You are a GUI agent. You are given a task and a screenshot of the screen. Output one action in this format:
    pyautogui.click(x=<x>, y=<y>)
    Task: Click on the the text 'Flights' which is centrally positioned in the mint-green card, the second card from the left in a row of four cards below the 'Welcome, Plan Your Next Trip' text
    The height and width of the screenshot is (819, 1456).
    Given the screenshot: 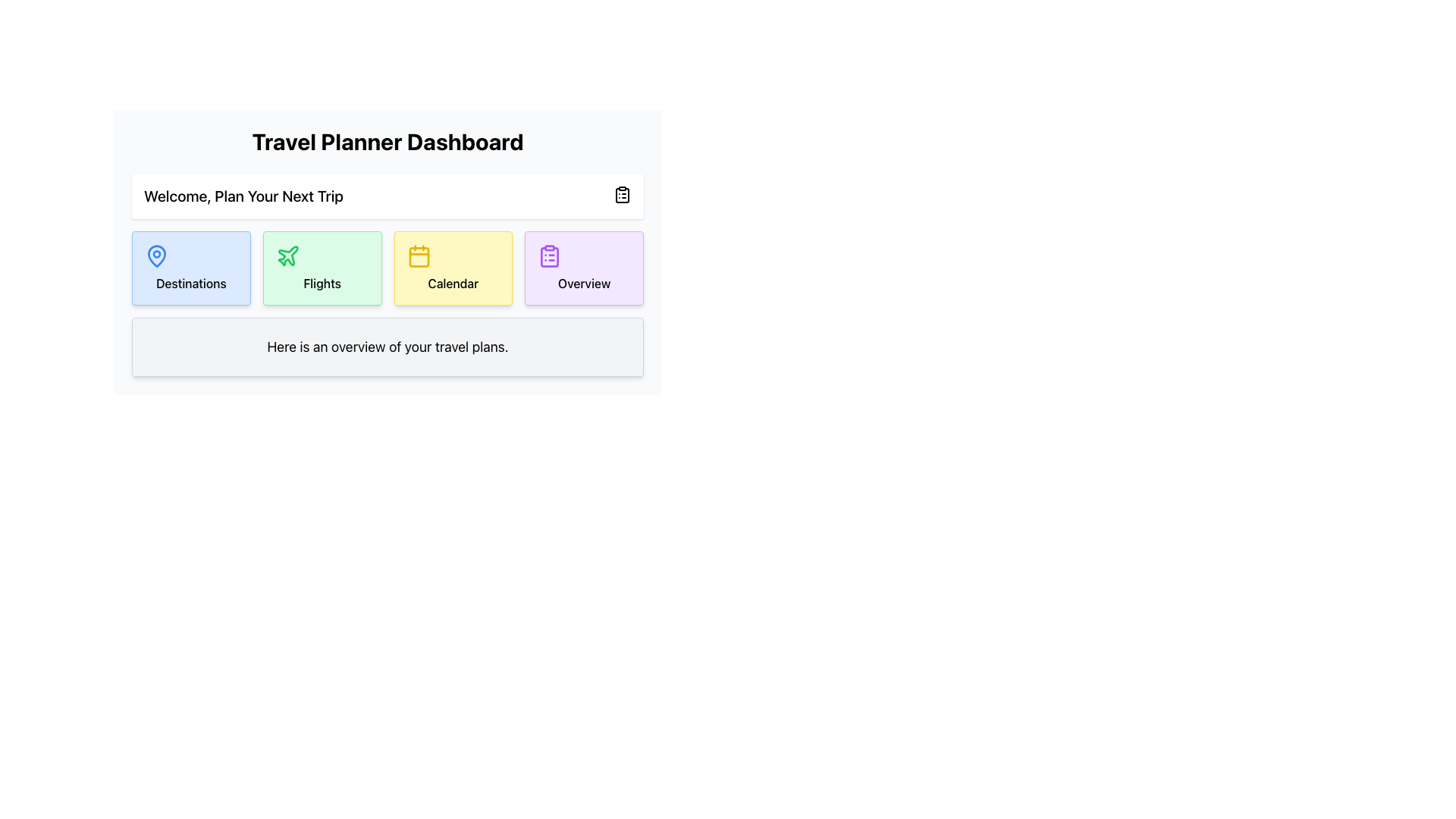 What is the action you would take?
    pyautogui.click(x=322, y=284)
    